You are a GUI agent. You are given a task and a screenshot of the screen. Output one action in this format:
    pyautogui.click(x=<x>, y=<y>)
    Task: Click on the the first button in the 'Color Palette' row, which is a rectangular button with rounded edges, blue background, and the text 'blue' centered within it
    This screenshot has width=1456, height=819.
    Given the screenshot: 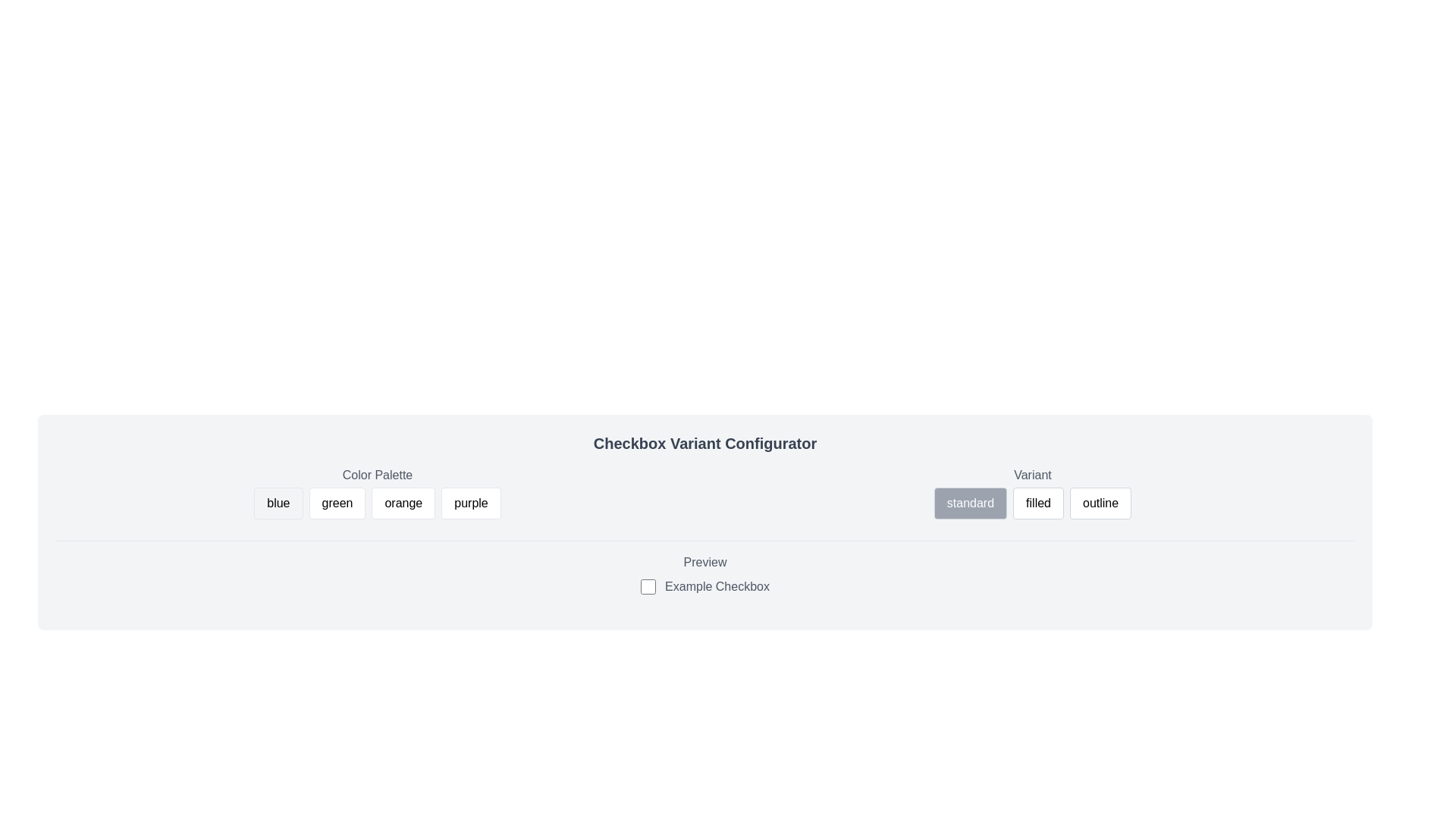 What is the action you would take?
    pyautogui.click(x=278, y=503)
    